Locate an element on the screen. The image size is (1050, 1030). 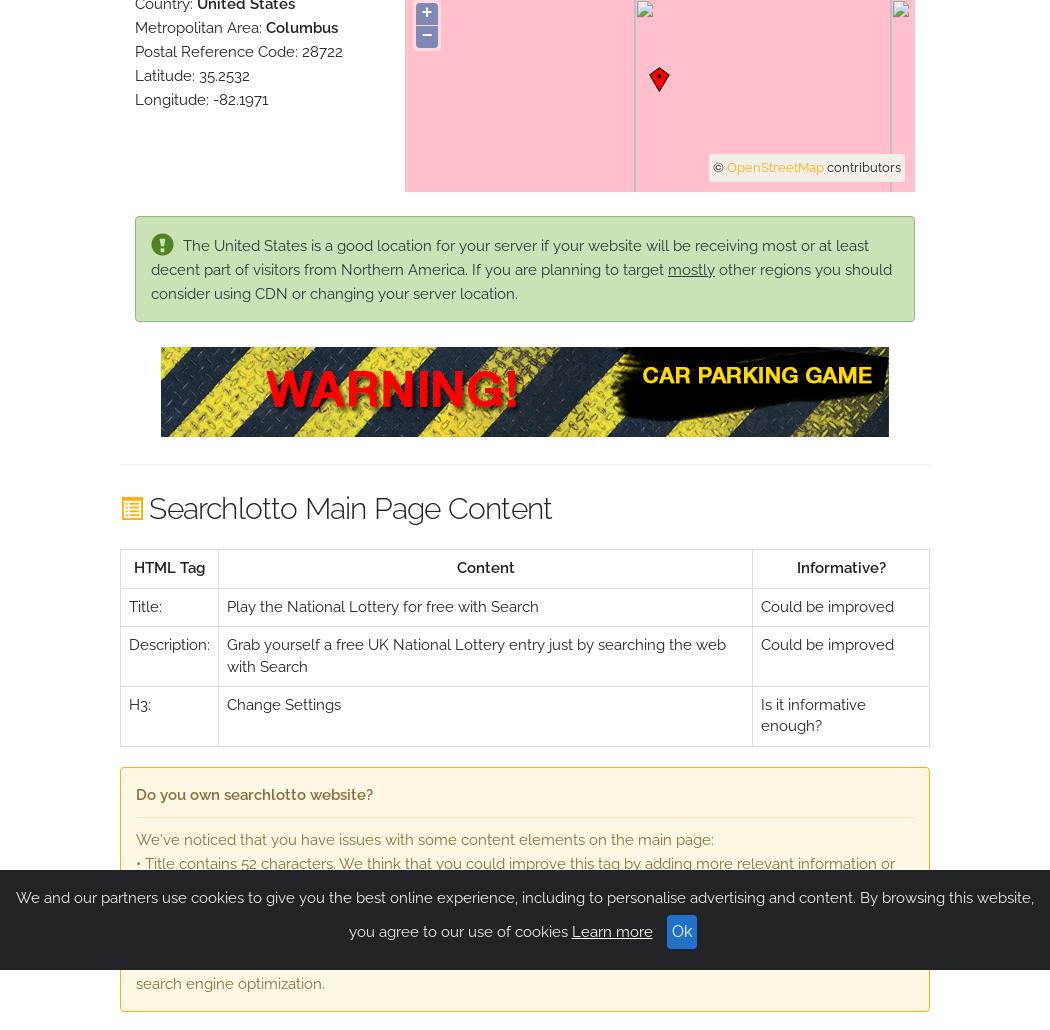
'• Description tag could contain more content. We detected that this tag contains 90 characters and this is a small volume for a description.' is located at coordinates (523, 922).